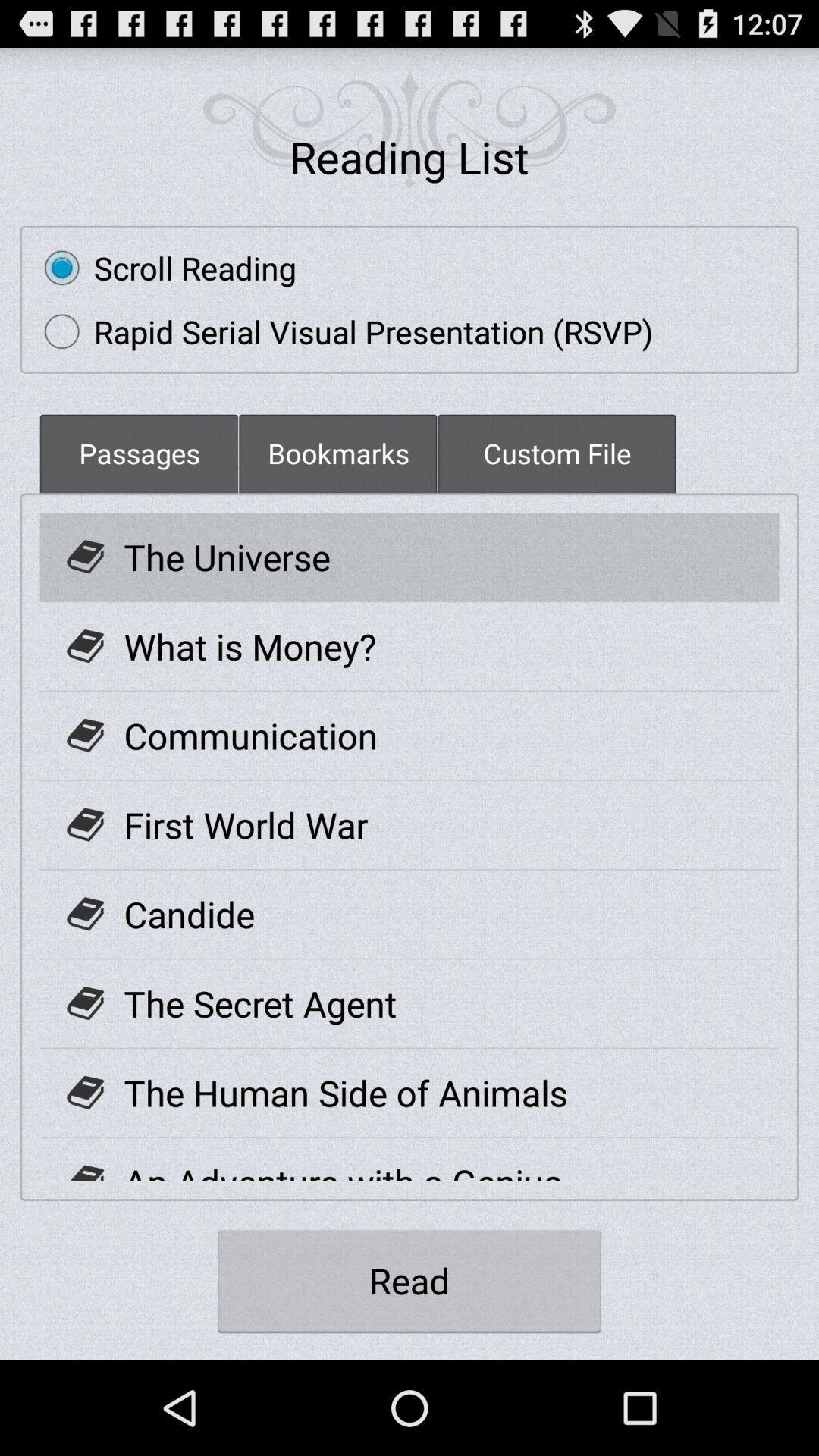 Image resolution: width=819 pixels, height=1456 pixels. What do you see at coordinates (139, 452) in the screenshot?
I see `the passages item` at bounding box center [139, 452].